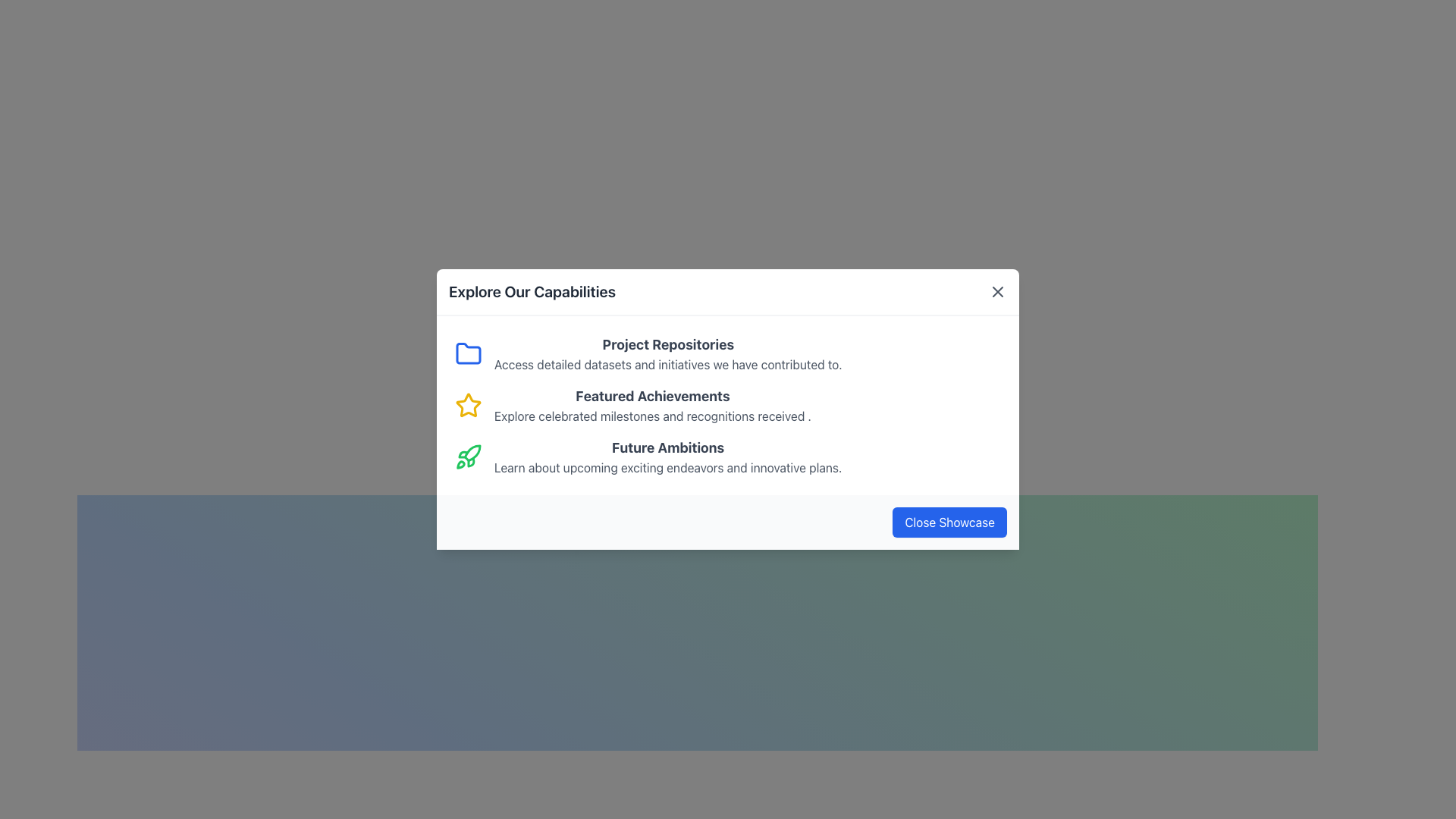 The image size is (1456, 819). Describe the element at coordinates (667, 353) in the screenshot. I see `the text label component titled 'Project Repositories' located below the folder icon in the 'Explore Our Capabilities' panel` at that location.